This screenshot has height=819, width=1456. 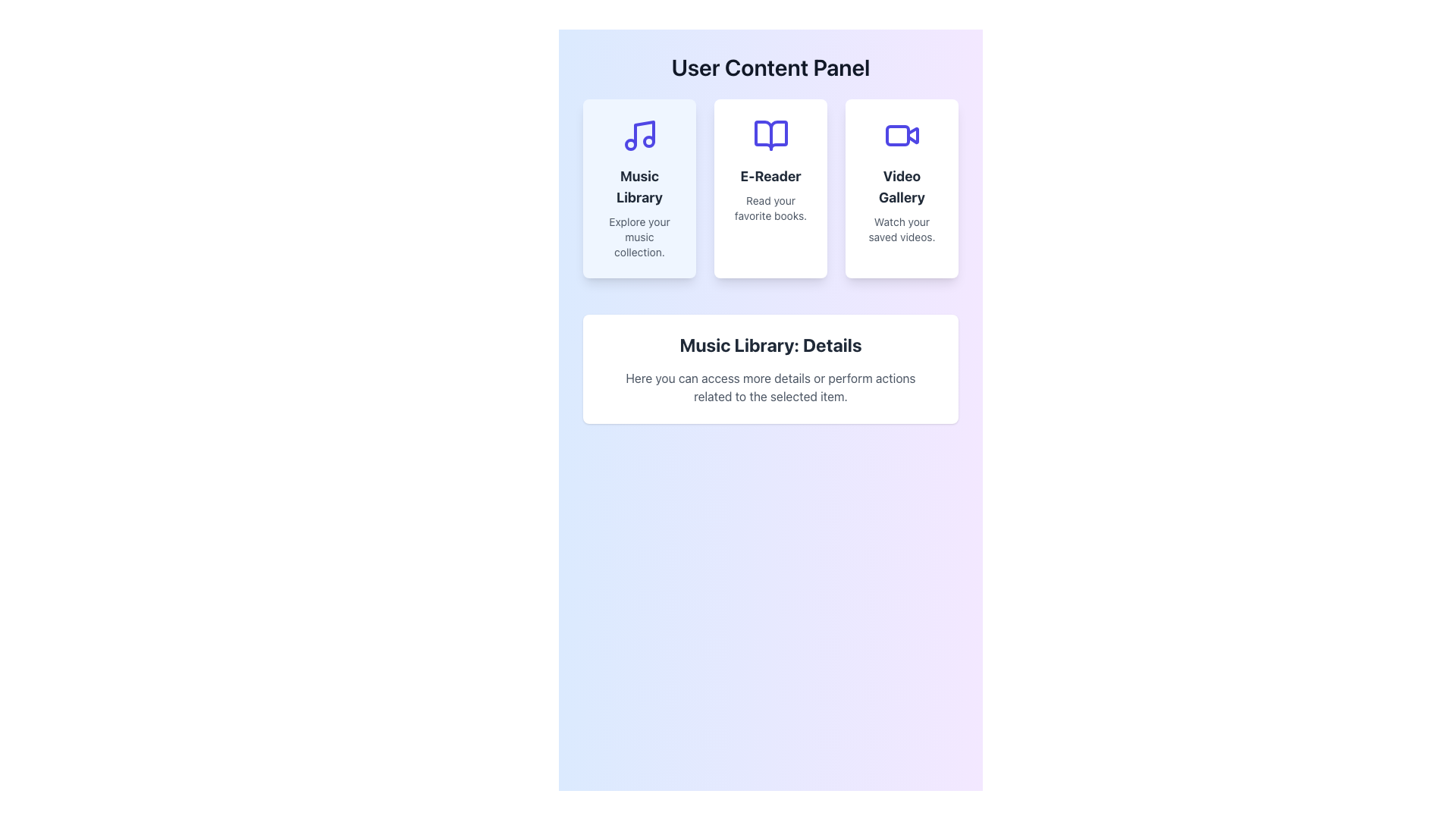 What do you see at coordinates (770, 208) in the screenshot?
I see `the static text label that reads 'Read your favorite books.' which is styled in a smaller font size with gray text color and centered alignment, located below the title 'E-Reader'` at bounding box center [770, 208].